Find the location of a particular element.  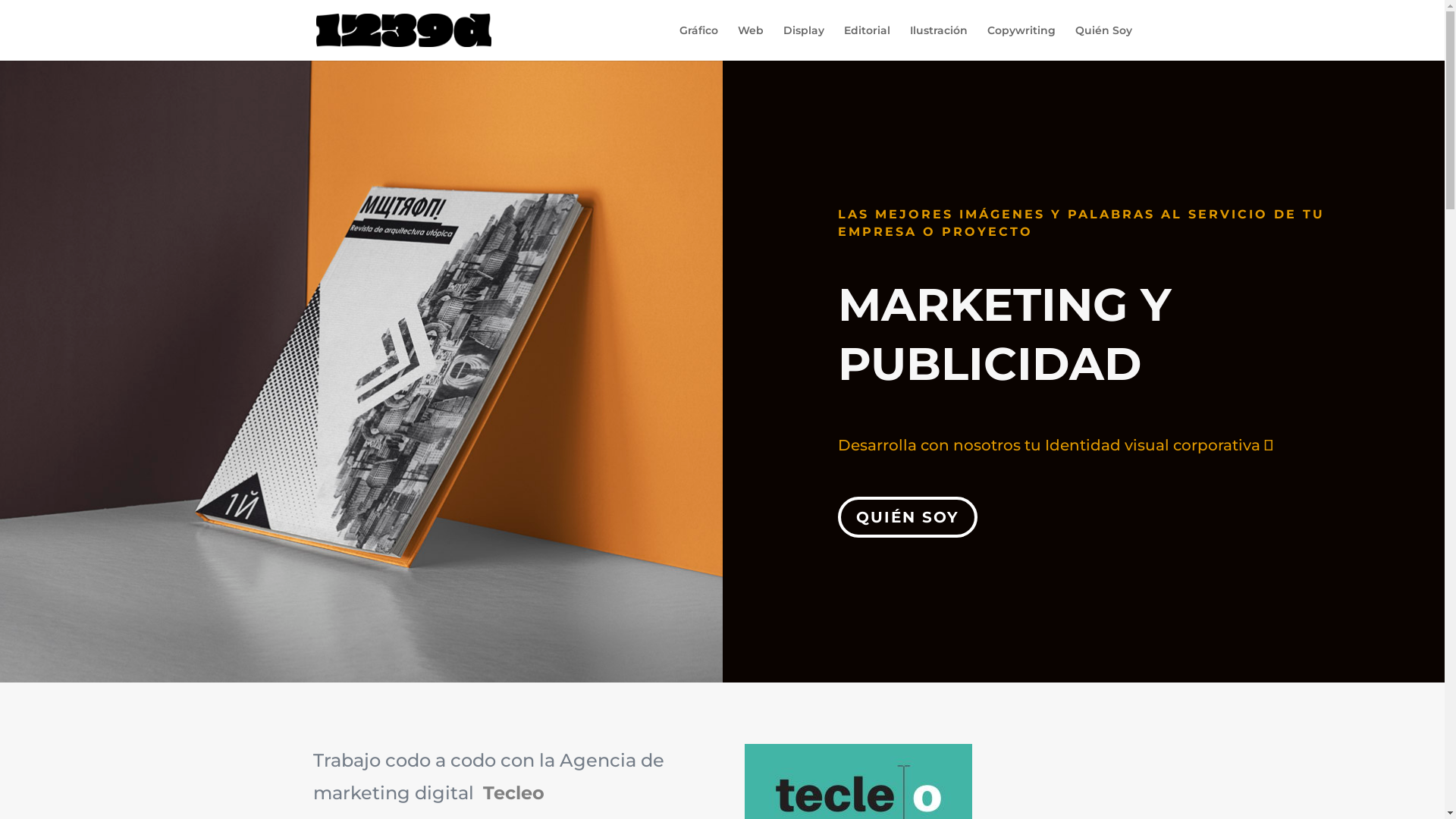

'Editorial' is located at coordinates (866, 42).